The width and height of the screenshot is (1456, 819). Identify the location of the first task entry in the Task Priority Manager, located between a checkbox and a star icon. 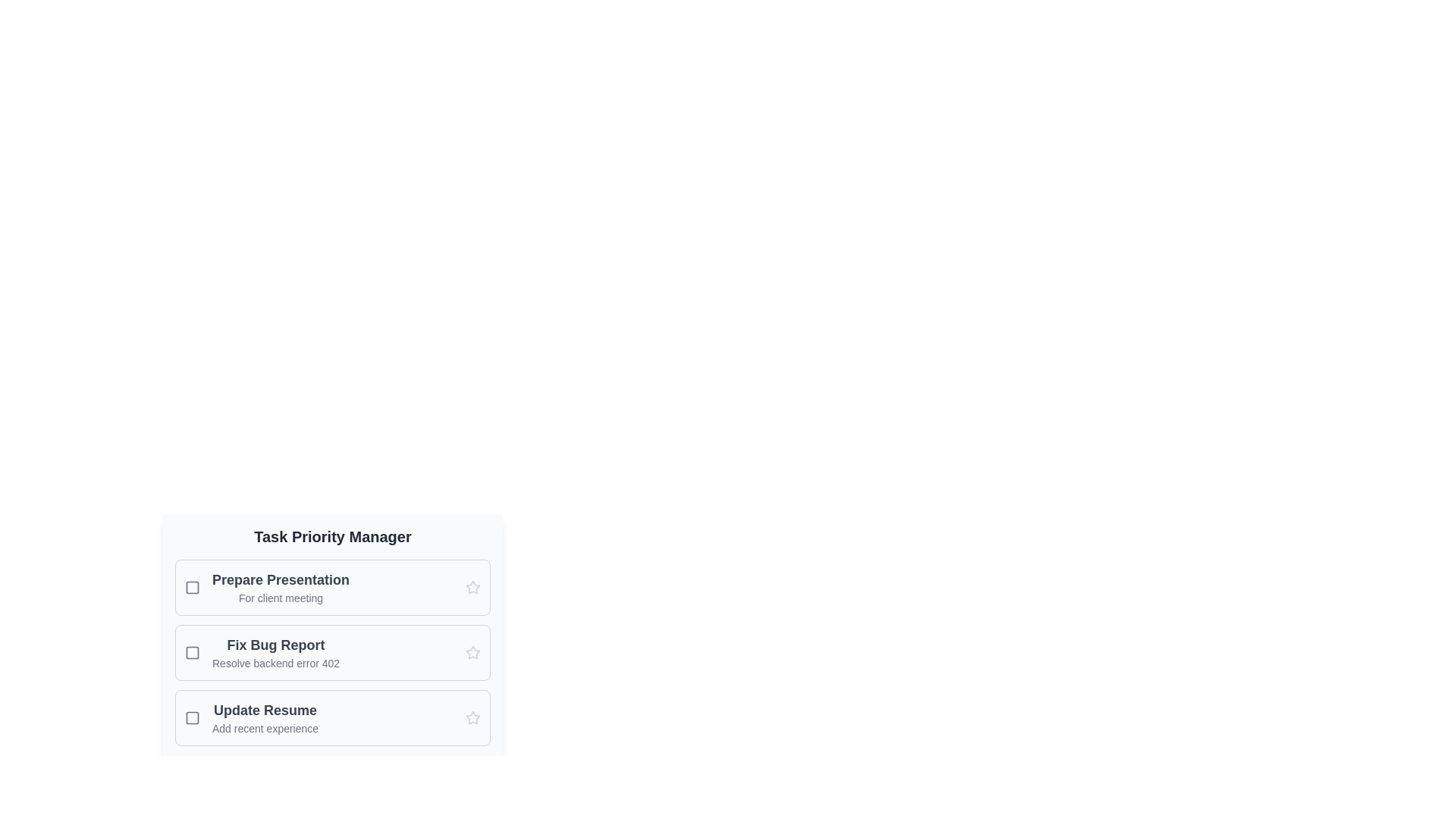
(281, 587).